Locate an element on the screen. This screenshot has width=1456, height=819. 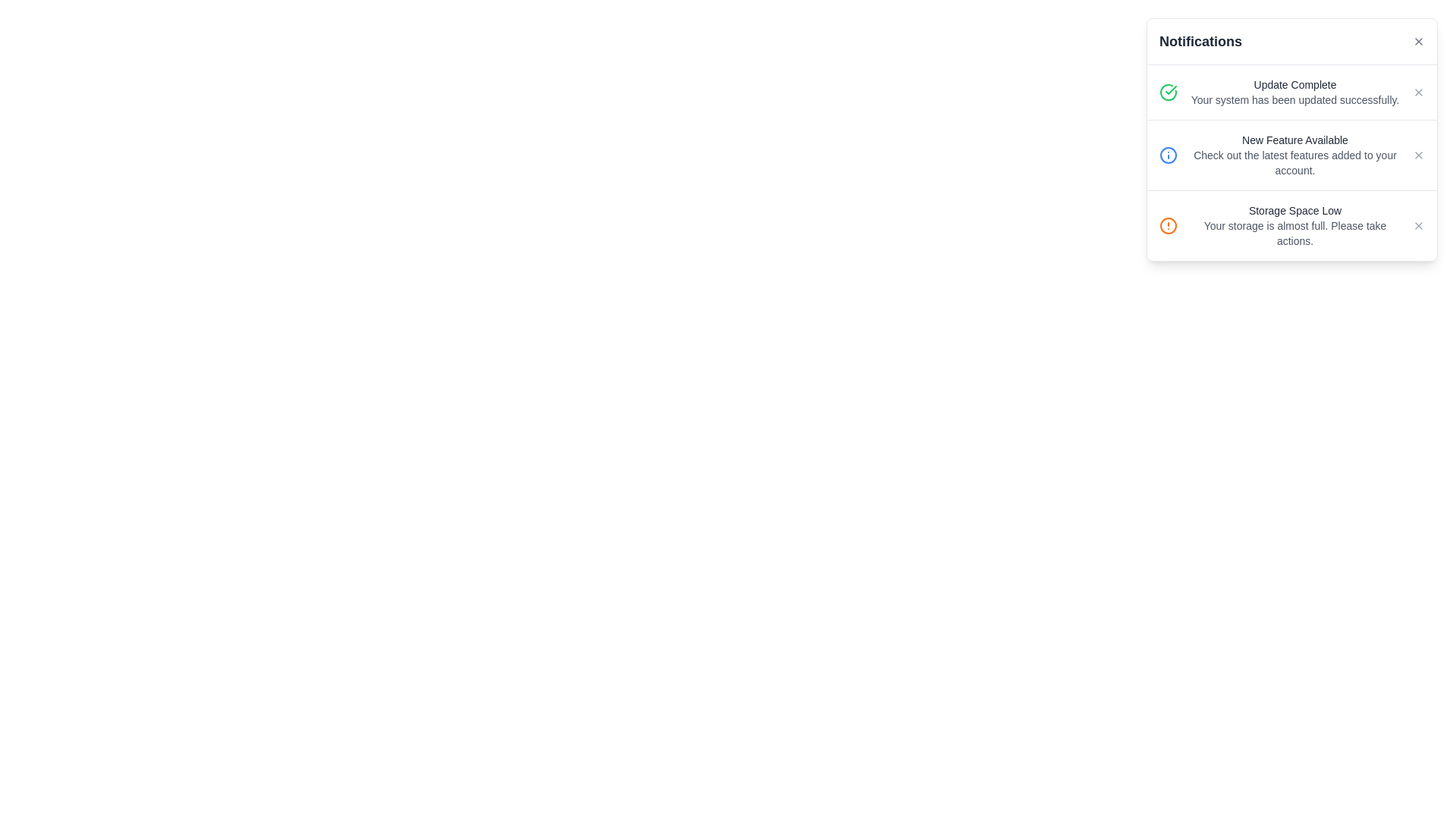
contents of the Notification Box located at the top-right corner of the viewport, which contains alerts and information with a header labeled 'Notifications' is located at coordinates (1291, 140).